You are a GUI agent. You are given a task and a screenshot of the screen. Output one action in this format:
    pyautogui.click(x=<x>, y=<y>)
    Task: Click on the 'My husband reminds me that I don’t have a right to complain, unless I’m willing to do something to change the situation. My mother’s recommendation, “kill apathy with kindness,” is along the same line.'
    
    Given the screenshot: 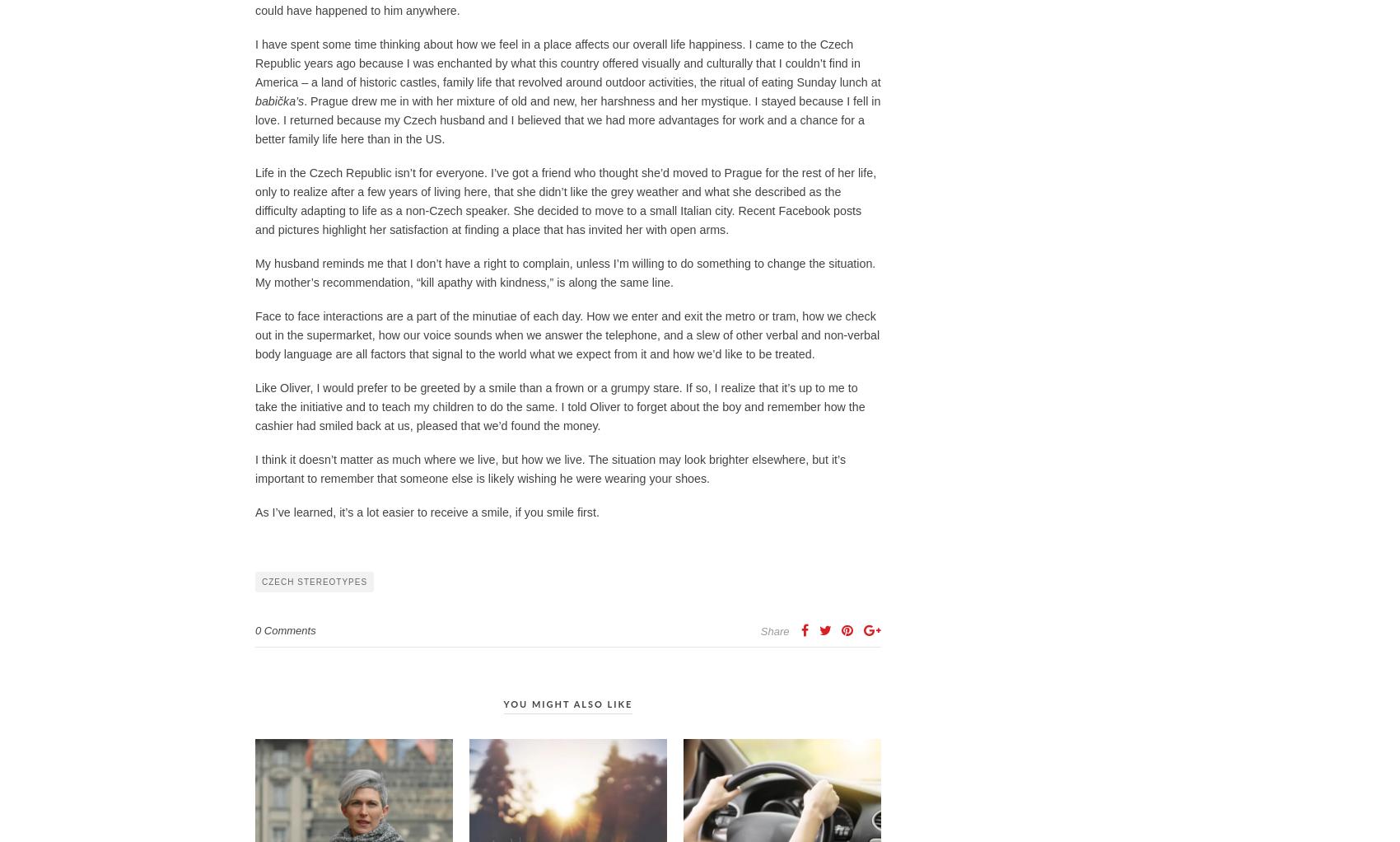 What is the action you would take?
    pyautogui.click(x=565, y=272)
    